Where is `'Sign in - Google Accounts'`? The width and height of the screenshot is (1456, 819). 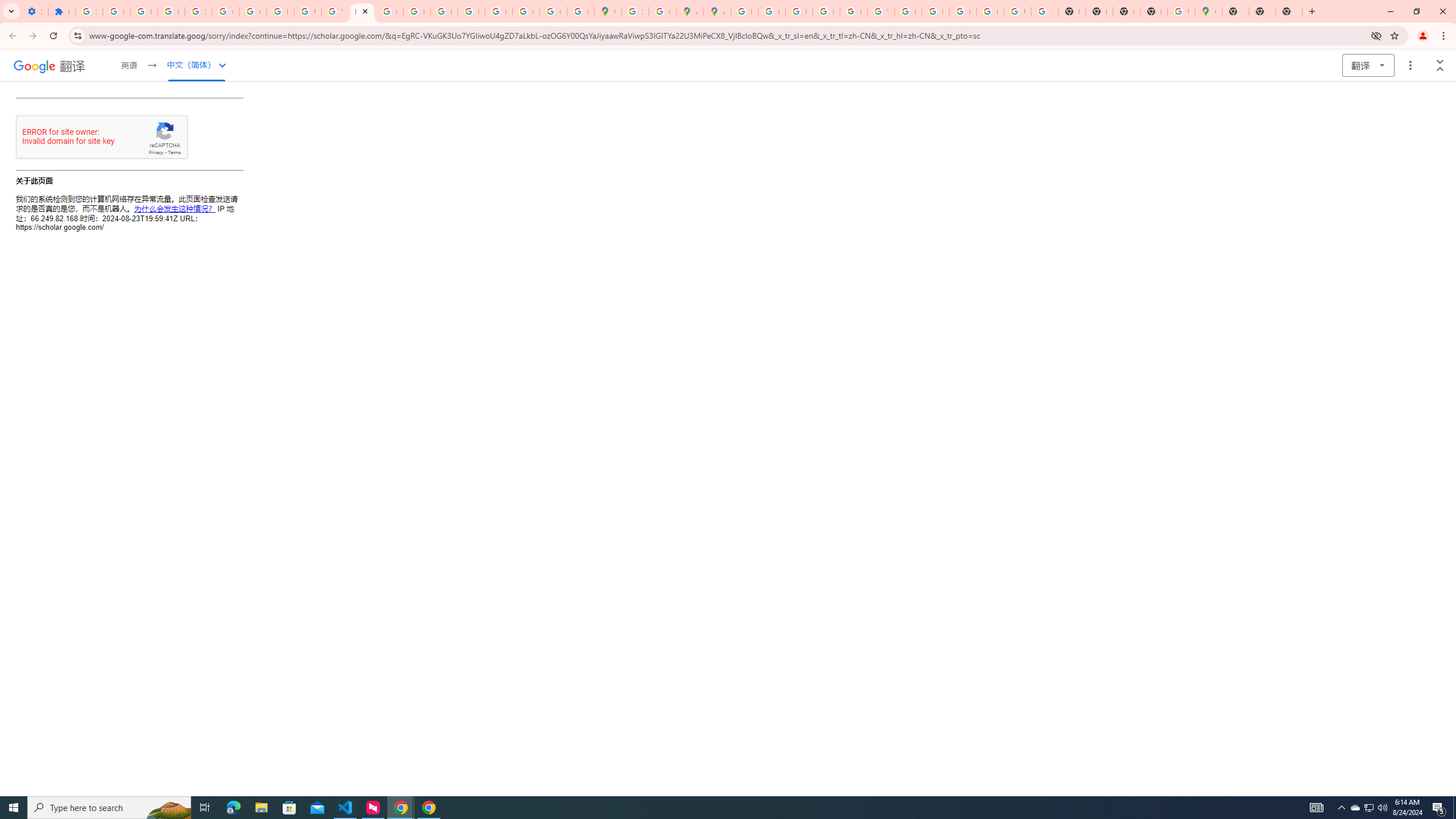 'Sign in - Google Accounts' is located at coordinates (197, 11).